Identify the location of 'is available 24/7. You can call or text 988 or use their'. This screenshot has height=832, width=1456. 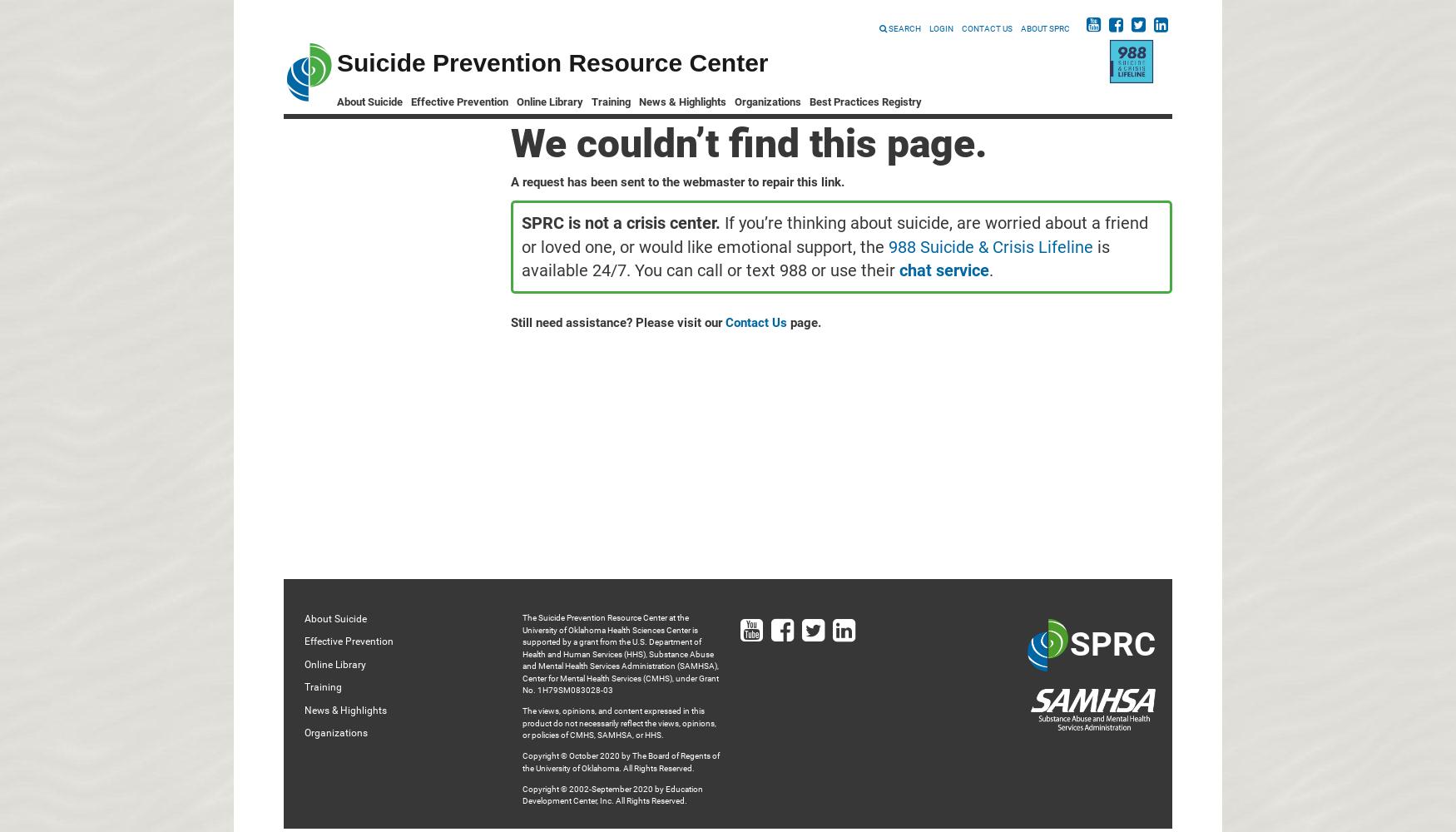
(815, 258).